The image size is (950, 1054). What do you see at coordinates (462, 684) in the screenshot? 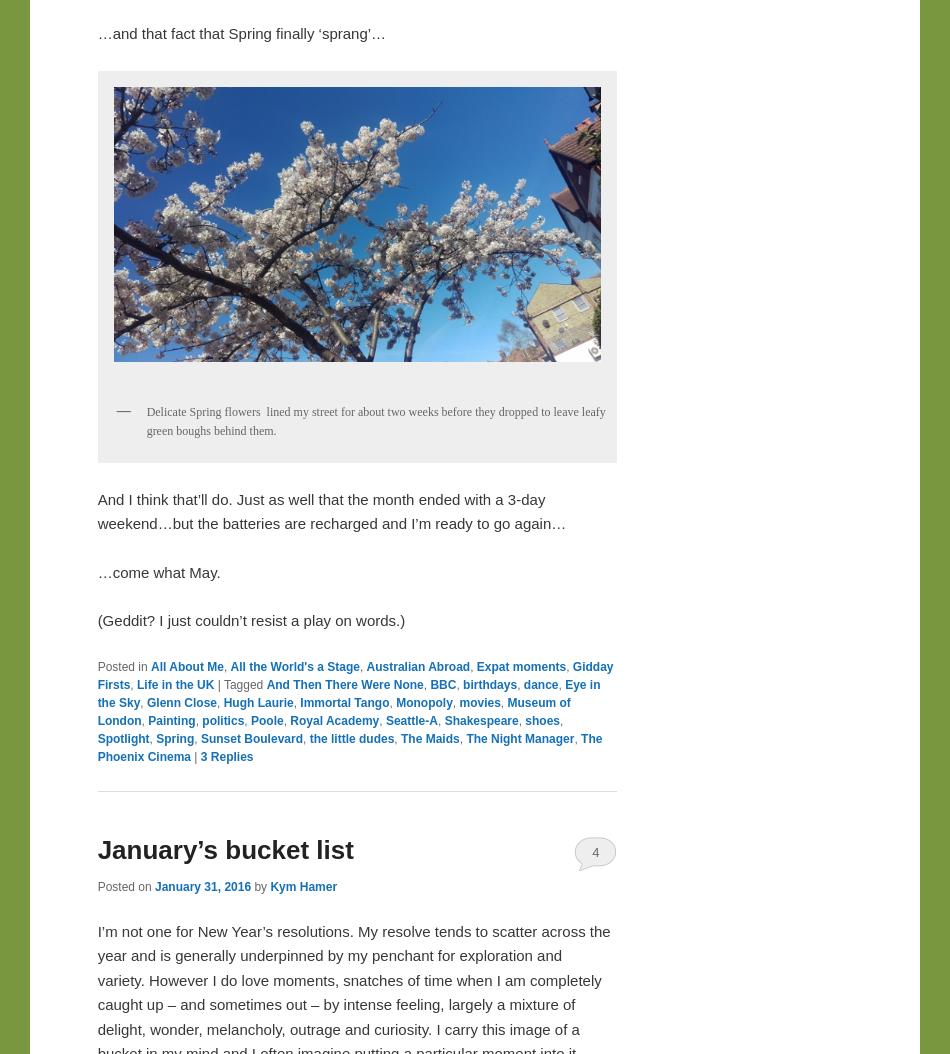
I see `'birthdays'` at bounding box center [462, 684].